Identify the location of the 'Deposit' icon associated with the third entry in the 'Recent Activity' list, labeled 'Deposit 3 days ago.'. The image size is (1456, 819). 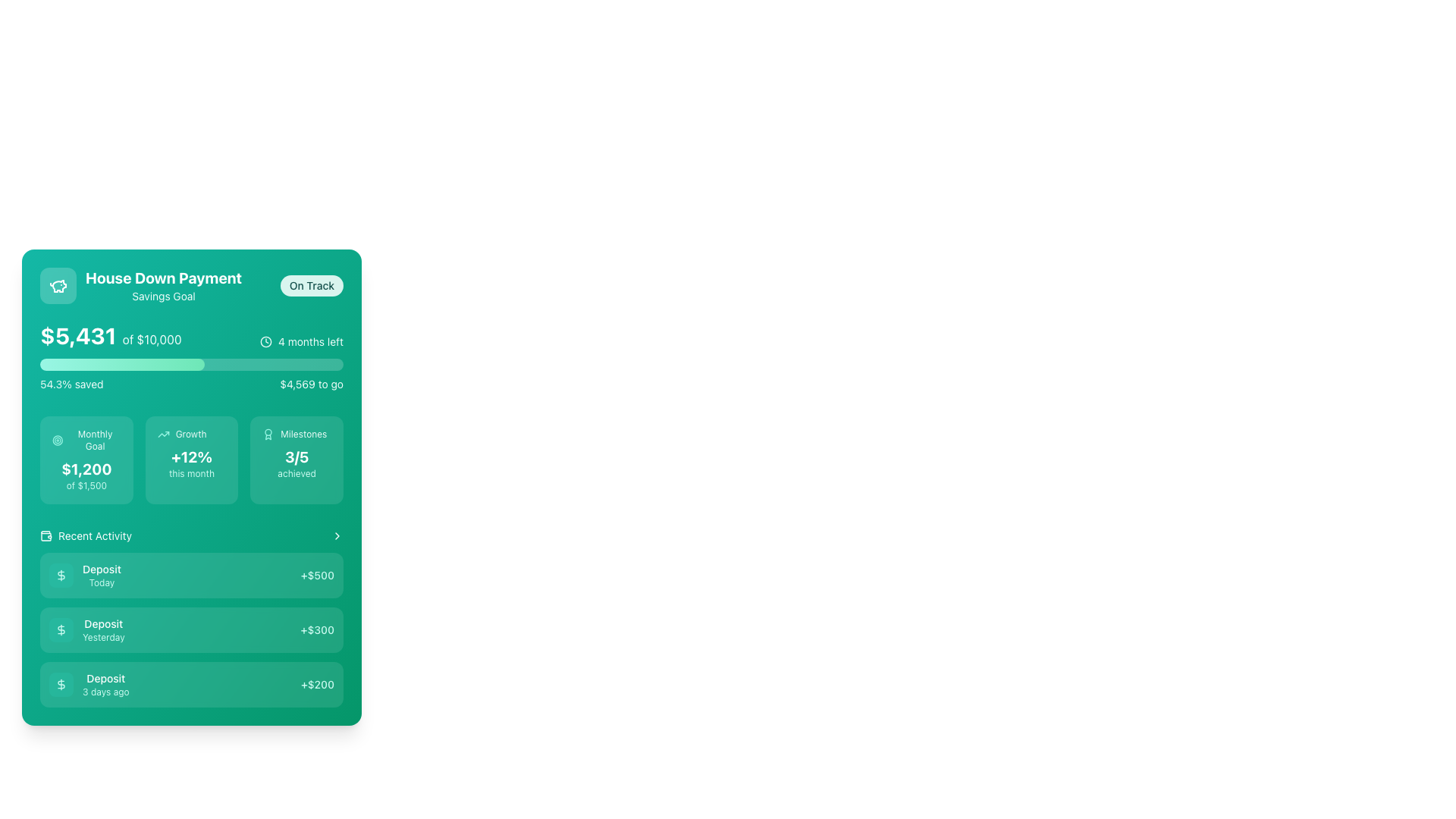
(61, 684).